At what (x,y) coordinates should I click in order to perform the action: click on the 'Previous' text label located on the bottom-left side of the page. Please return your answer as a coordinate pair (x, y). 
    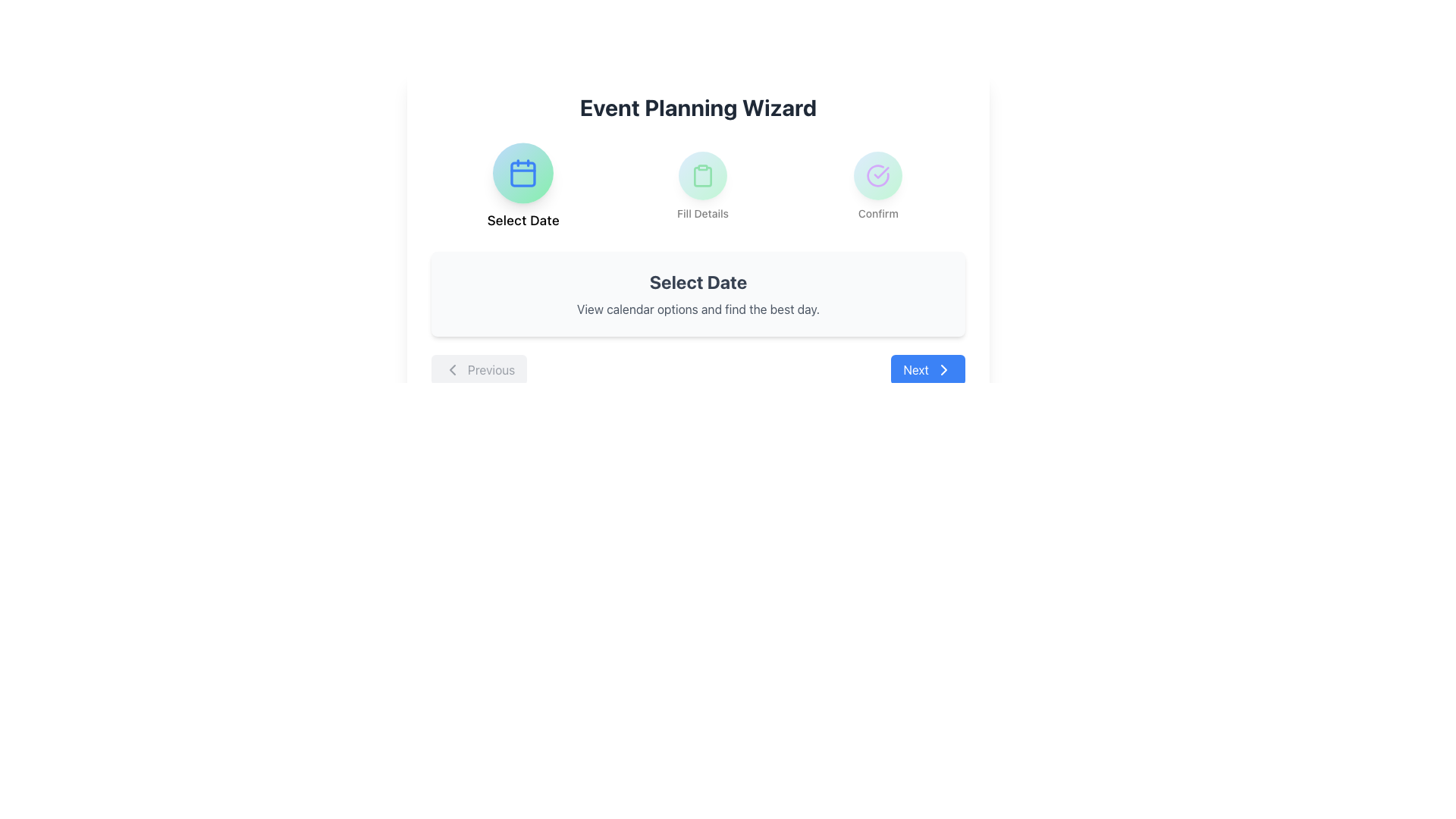
    Looking at the image, I should click on (491, 370).